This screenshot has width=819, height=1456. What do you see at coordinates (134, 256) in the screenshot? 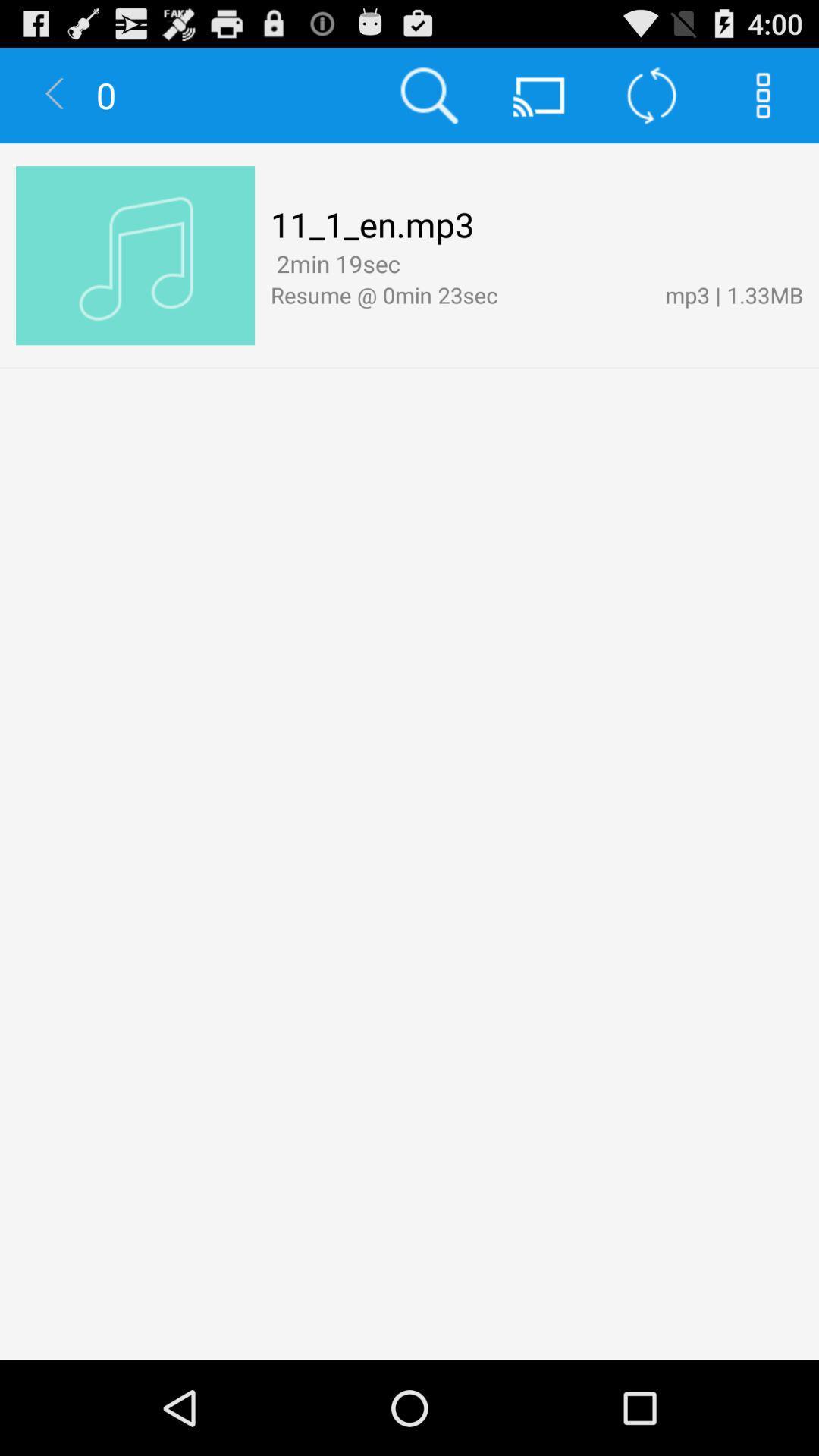
I see `the app next to the 11_1_en.mp3` at bounding box center [134, 256].